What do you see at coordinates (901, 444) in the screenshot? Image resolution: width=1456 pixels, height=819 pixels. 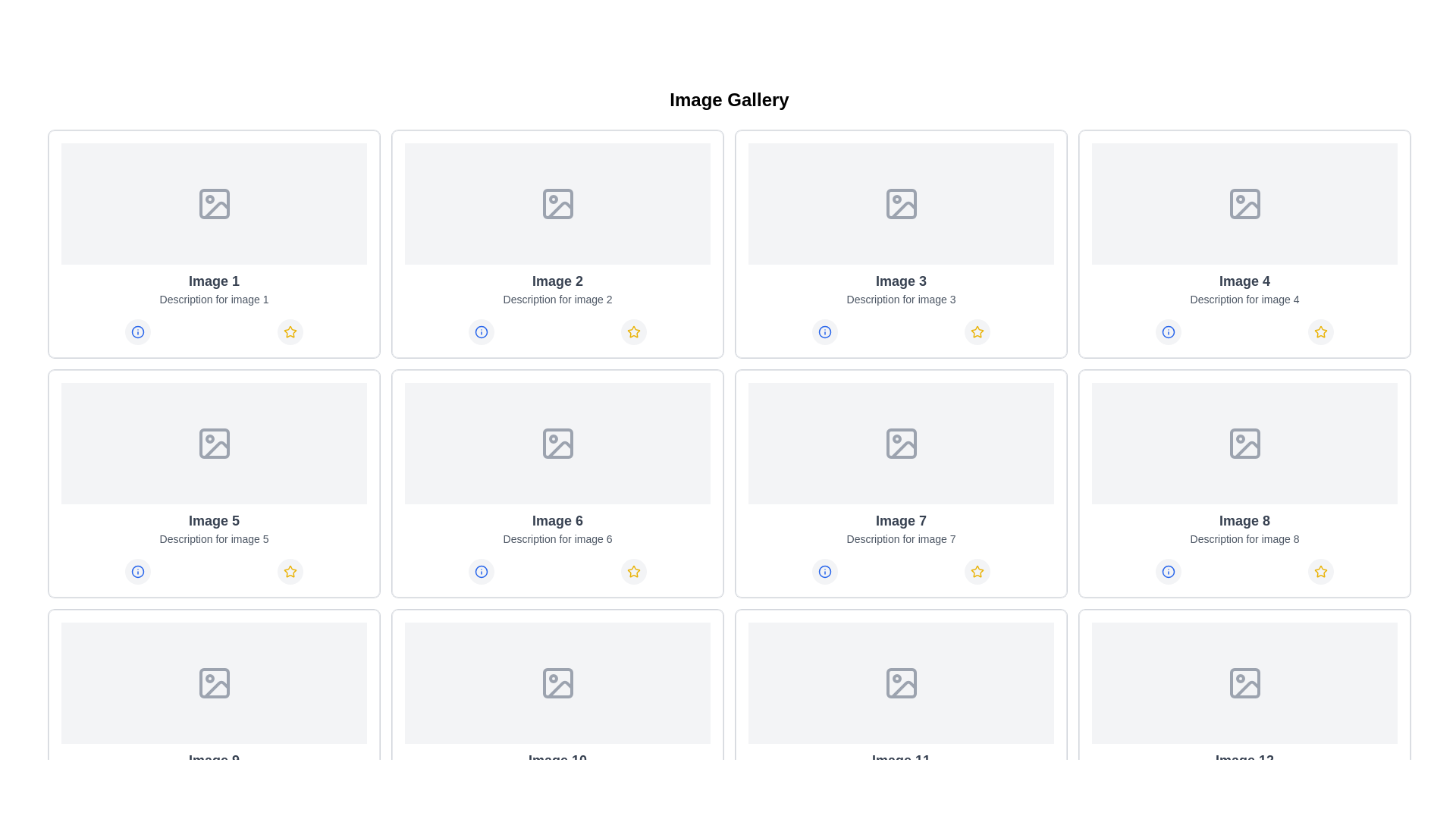 I see `the details of the Image placeholder icon located at the top center of the card labeled 'Image 7' within a grid layout` at bounding box center [901, 444].